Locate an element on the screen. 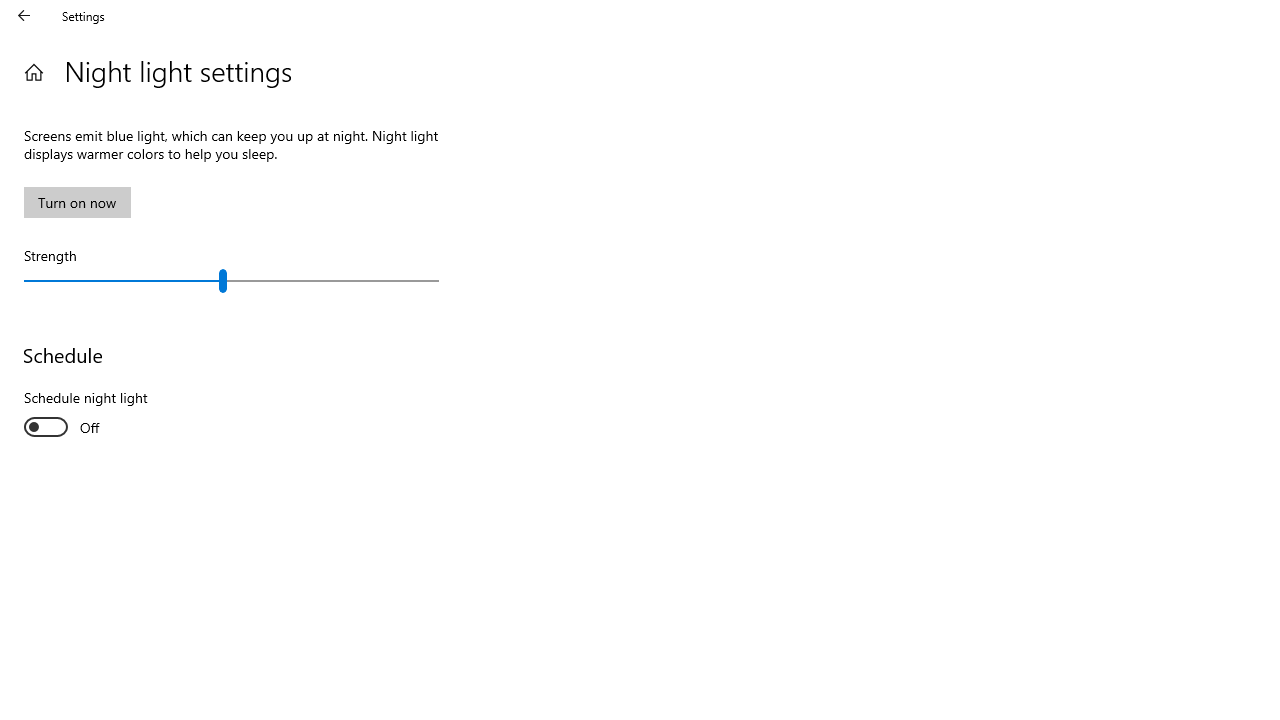 The height and width of the screenshot is (720, 1280). 'Home' is located at coordinates (33, 71).